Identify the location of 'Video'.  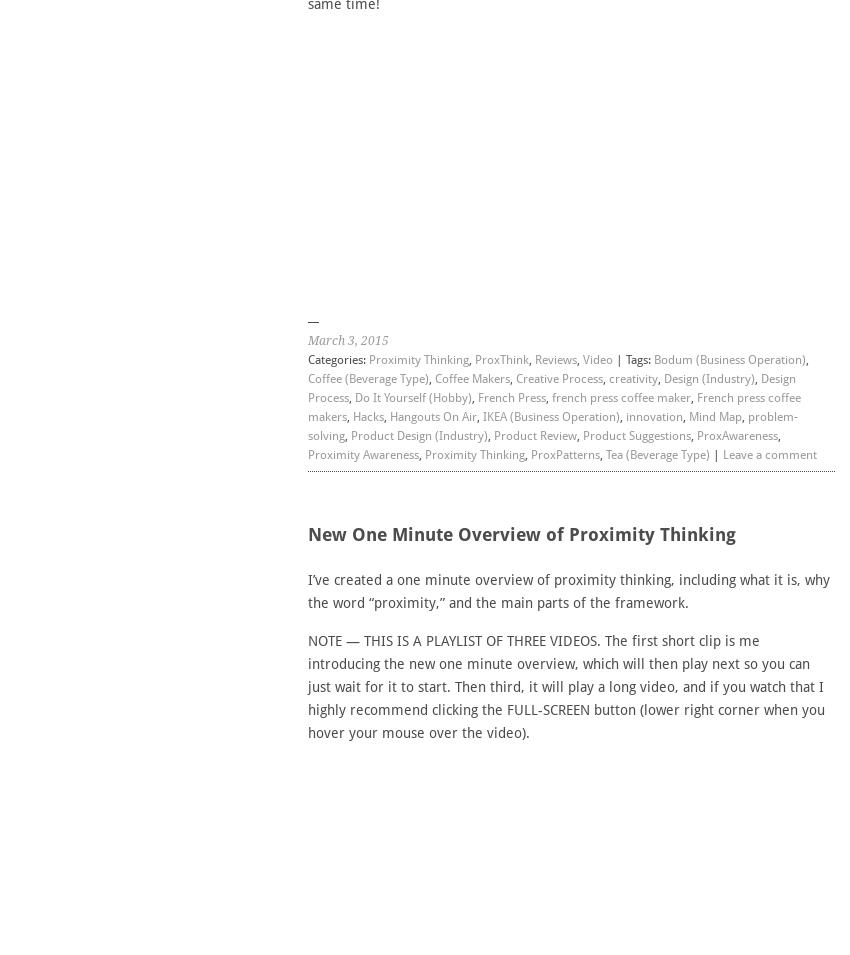
(596, 359).